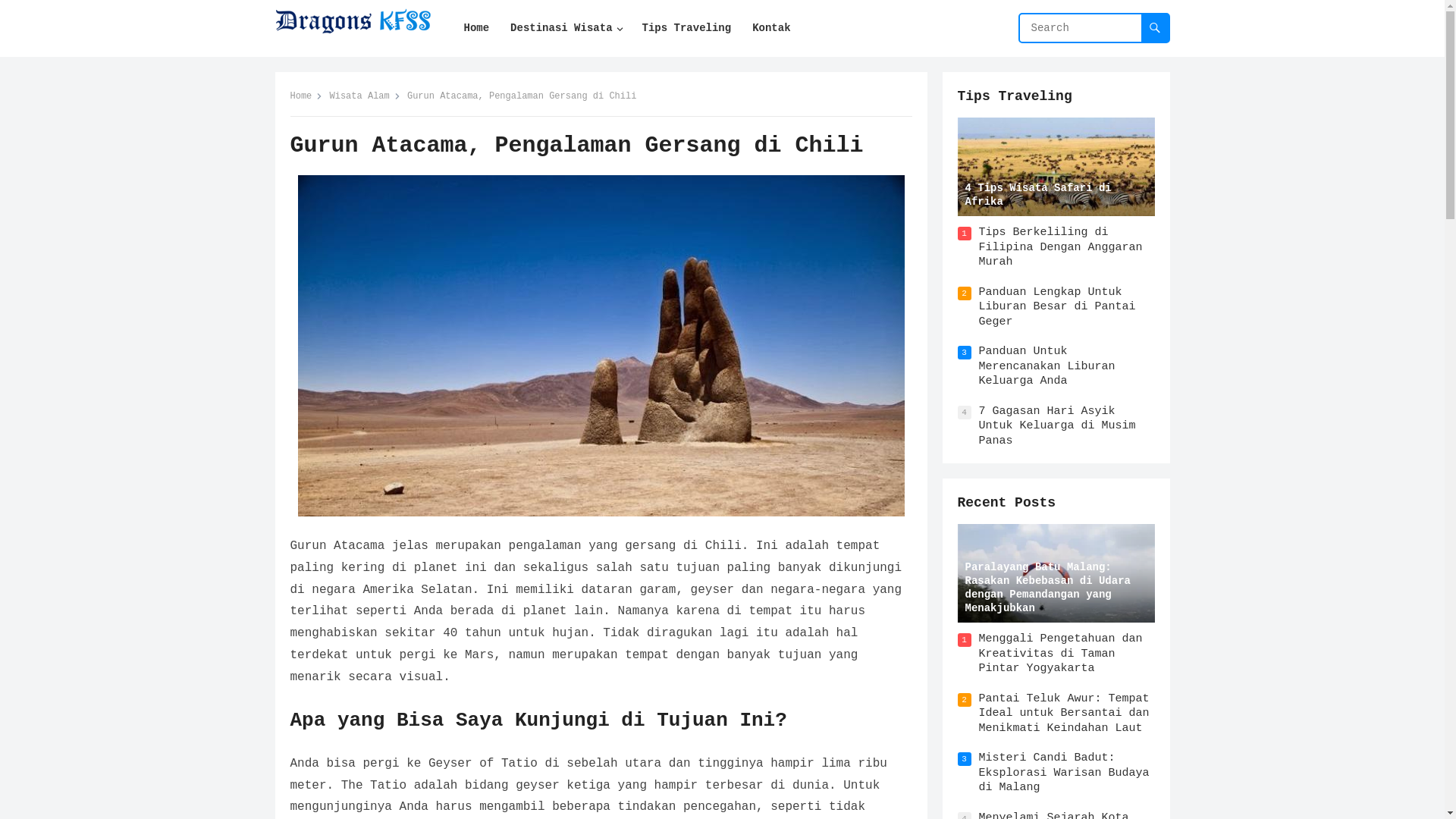  I want to click on 'Kontak', so click(742, 28).